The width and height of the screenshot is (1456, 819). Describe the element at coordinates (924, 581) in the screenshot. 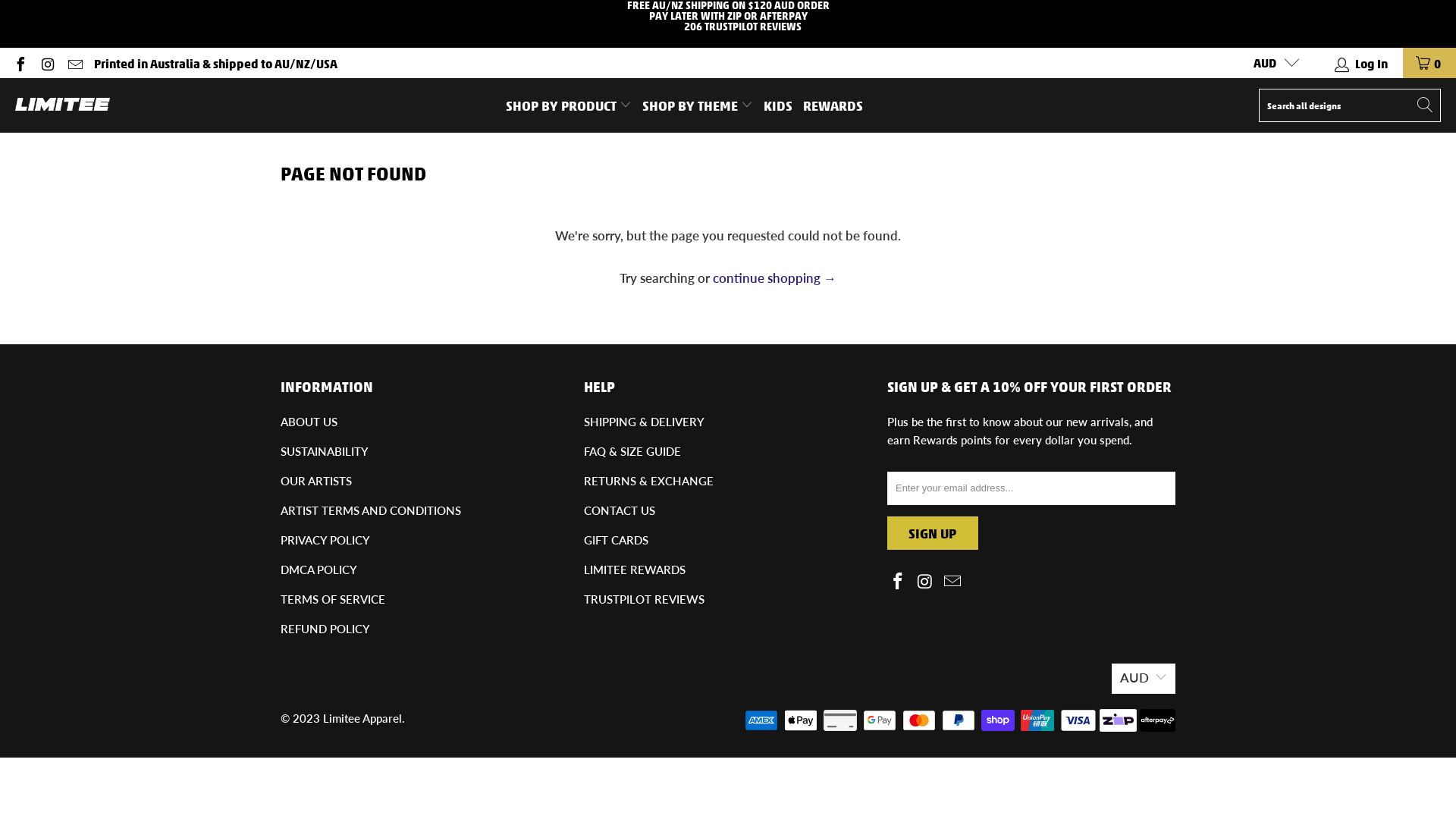

I see `'Limitee Apparel on Instagram'` at that location.